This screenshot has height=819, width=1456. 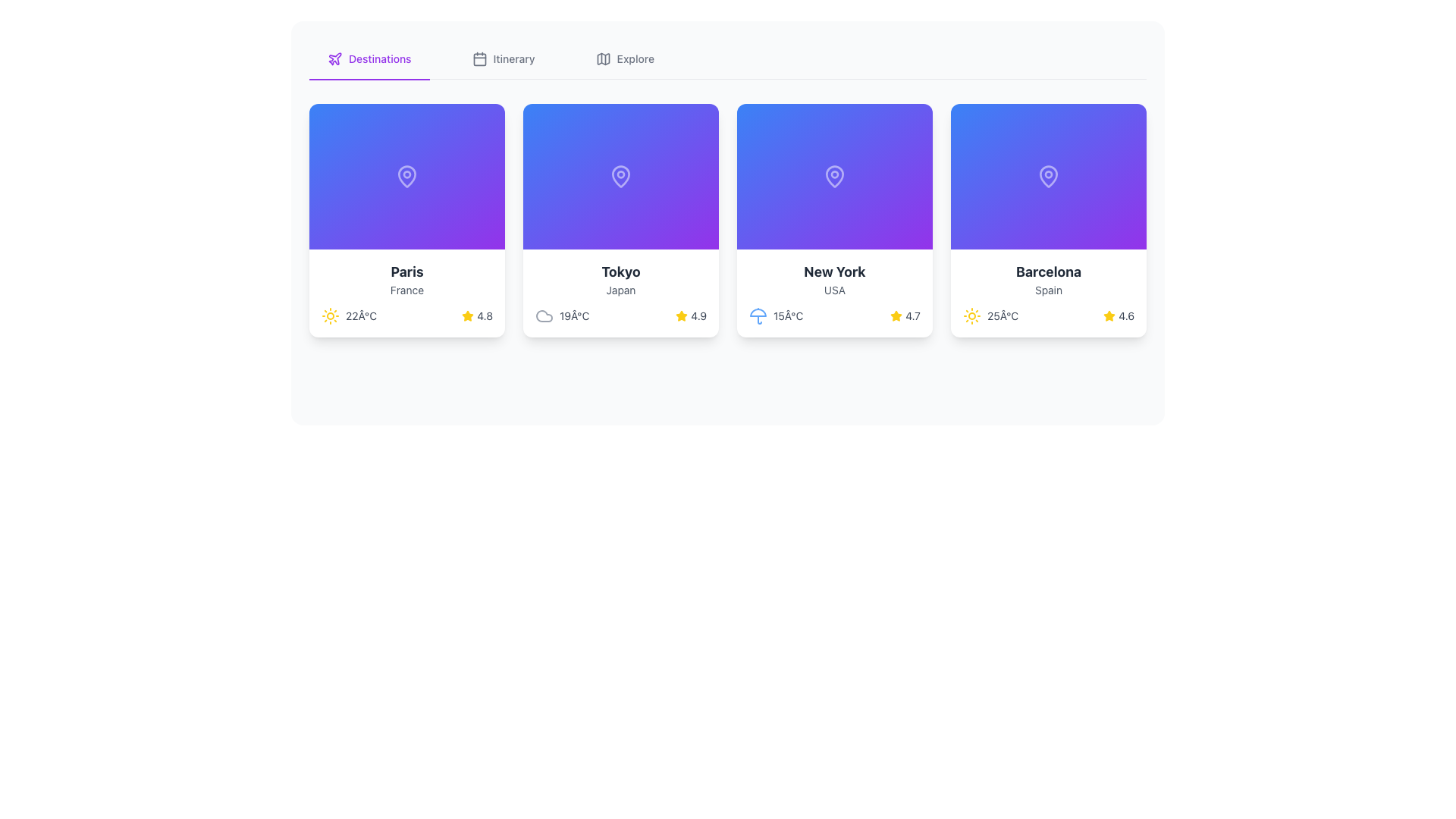 What do you see at coordinates (690, 315) in the screenshot?
I see `the Rating indicator that displays a yellow star icon and the text rating '4.9', located at the bottom-right part of the card labeled 'Tokyo, Japan'` at bounding box center [690, 315].